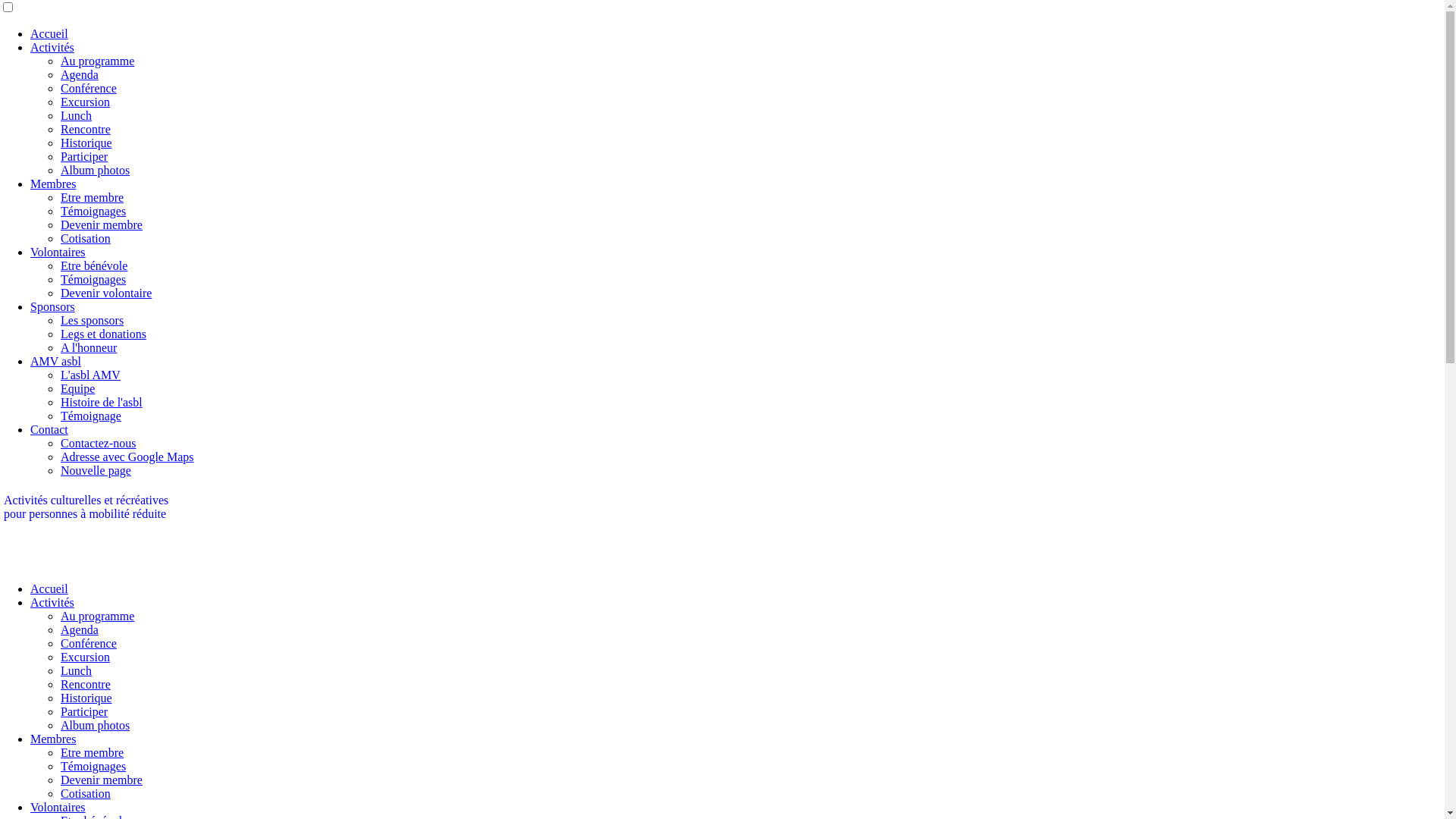 This screenshot has height=819, width=1456. I want to click on 'Agenda', so click(61, 629).